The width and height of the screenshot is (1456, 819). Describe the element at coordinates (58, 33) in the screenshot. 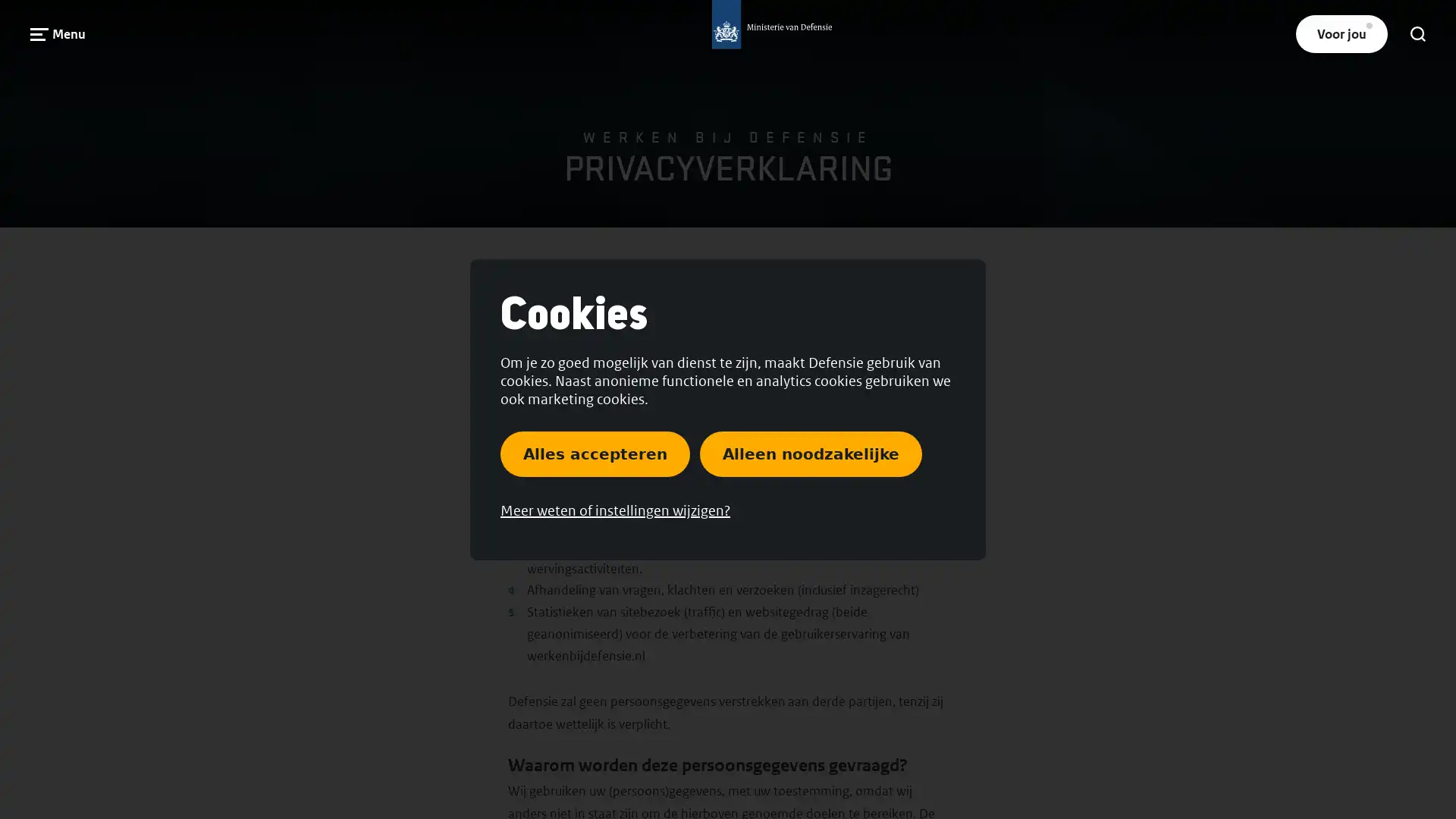

I see `Menu openen` at that location.